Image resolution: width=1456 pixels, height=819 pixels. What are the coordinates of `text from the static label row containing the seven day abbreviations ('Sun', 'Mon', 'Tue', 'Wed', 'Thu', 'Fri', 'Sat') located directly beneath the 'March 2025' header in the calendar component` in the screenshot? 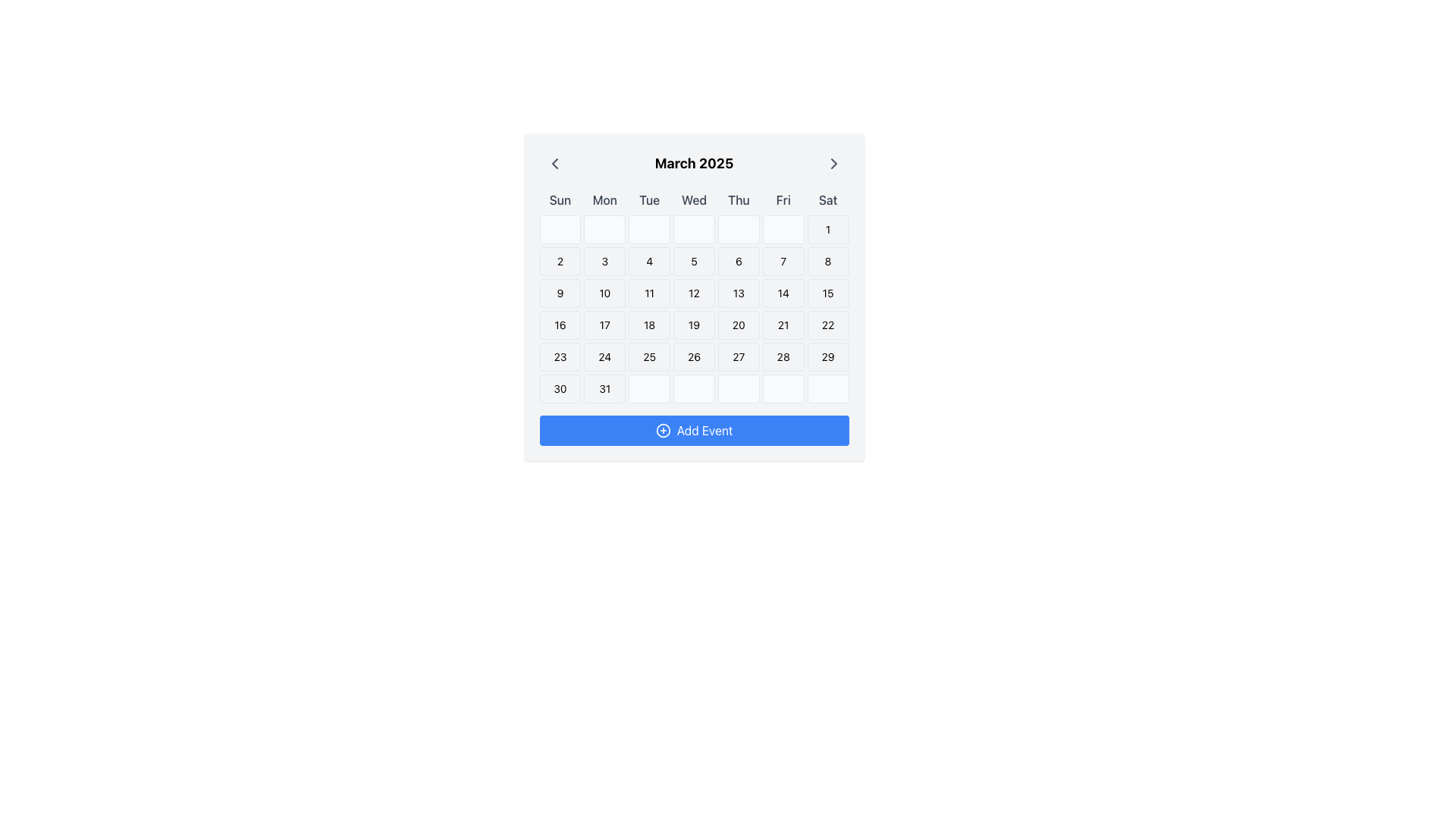 It's located at (693, 199).